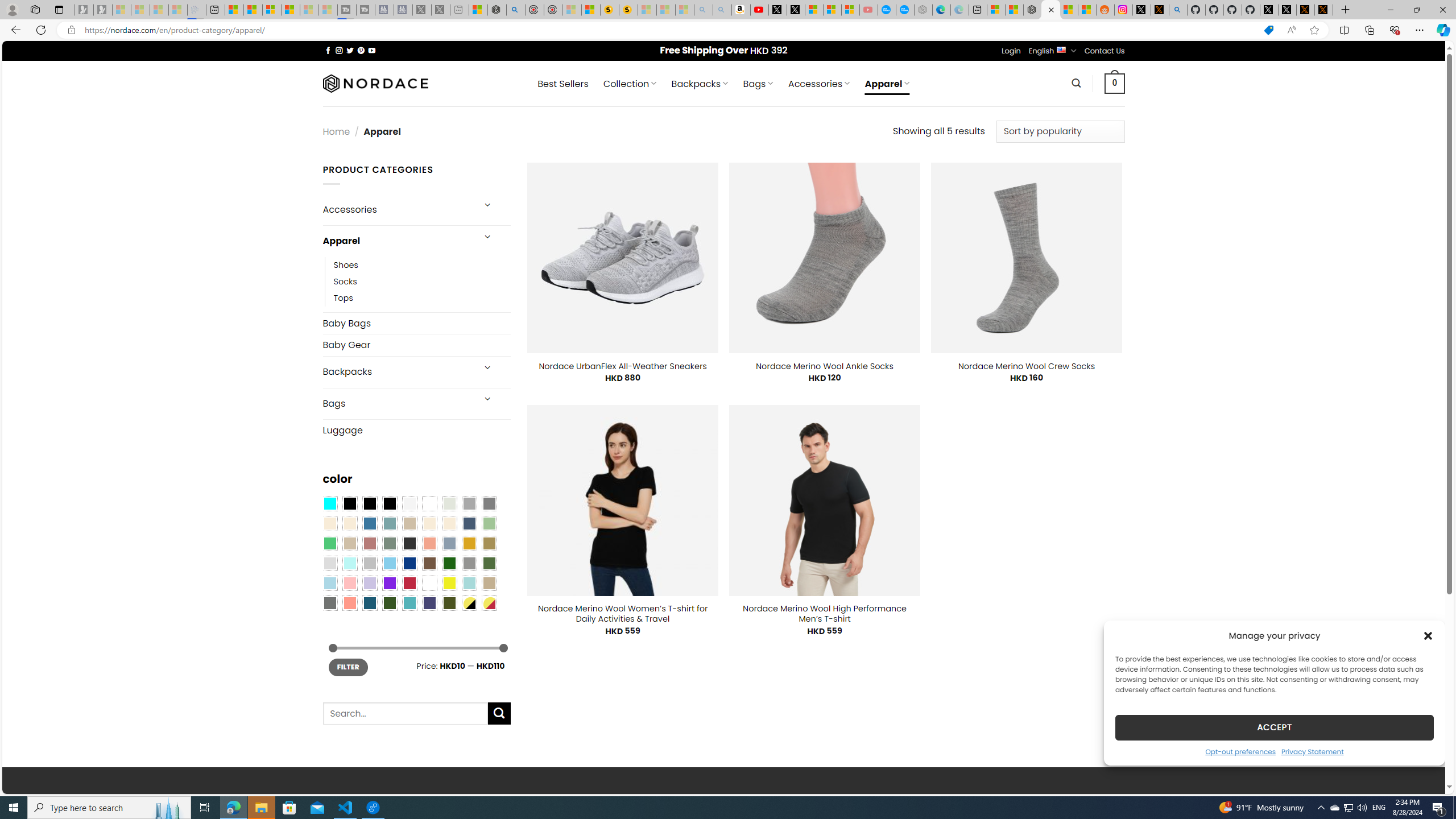  I want to click on 'Caramel', so click(429, 523).